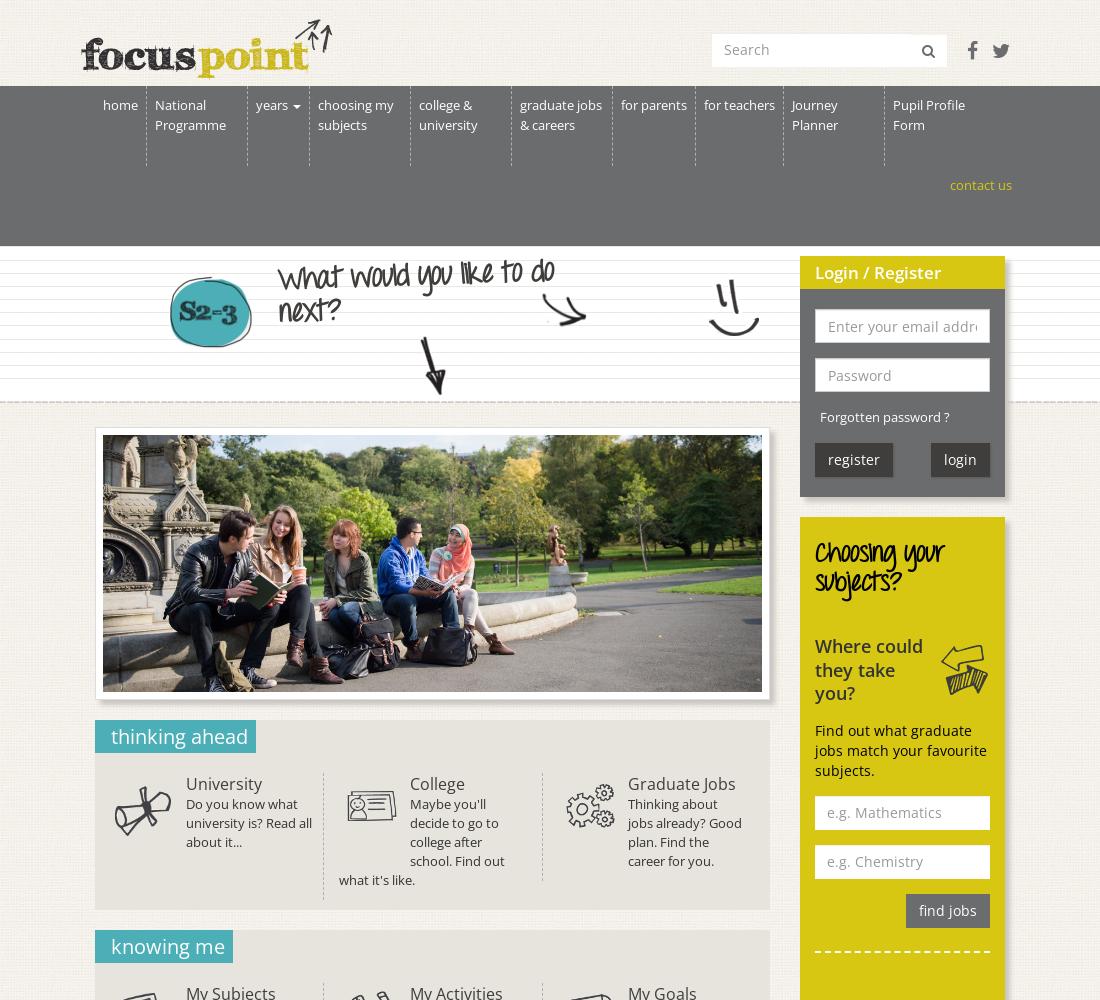 This screenshot has width=1100, height=1000. Describe the element at coordinates (738, 104) in the screenshot. I see `'for teachers'` at that location.